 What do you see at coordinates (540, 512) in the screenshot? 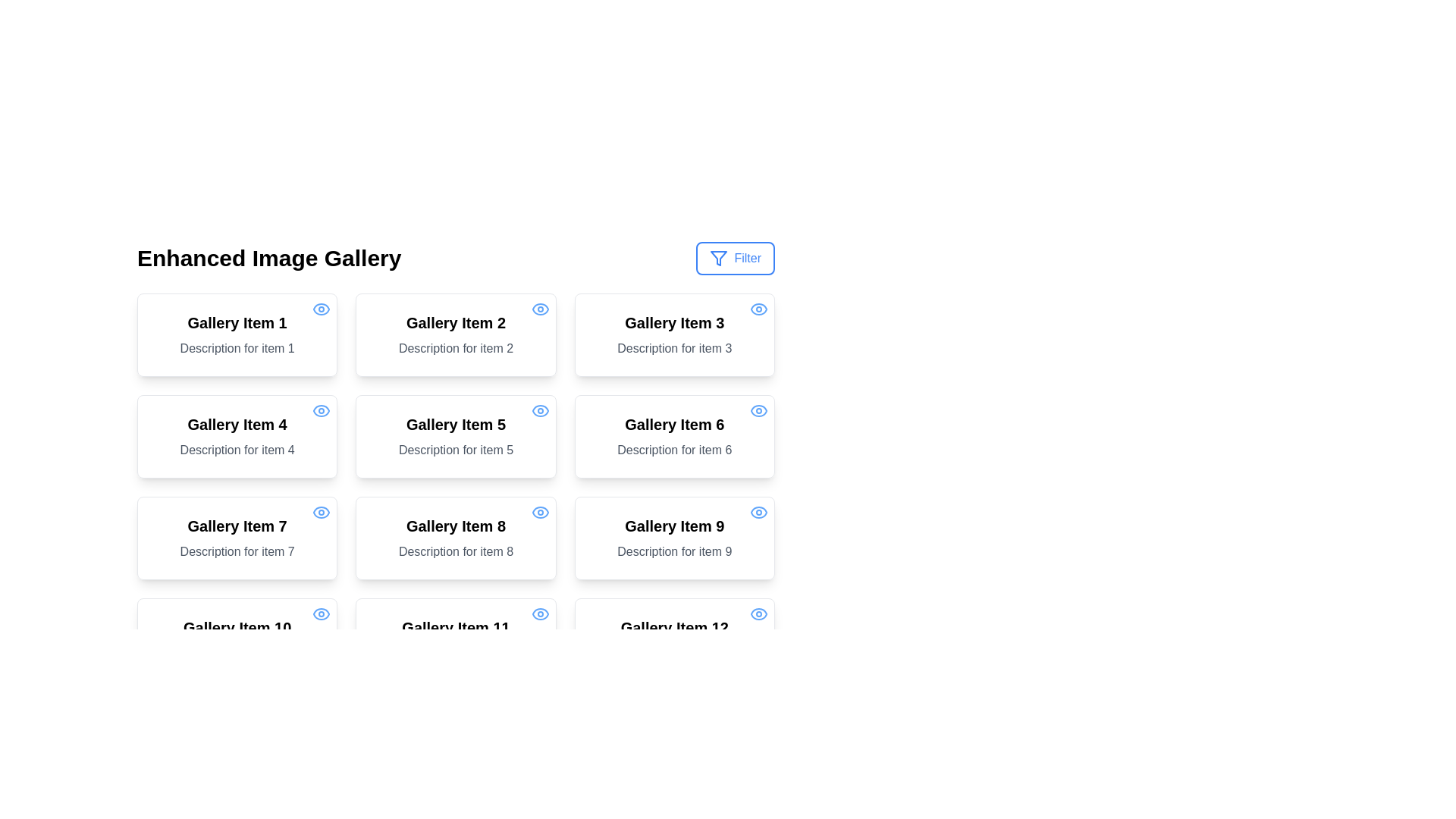
I see `the outer boundary shape of the eye icon located in the top-right corner of the 'Gallery Item 8' card` at bounding box center [540, 512].